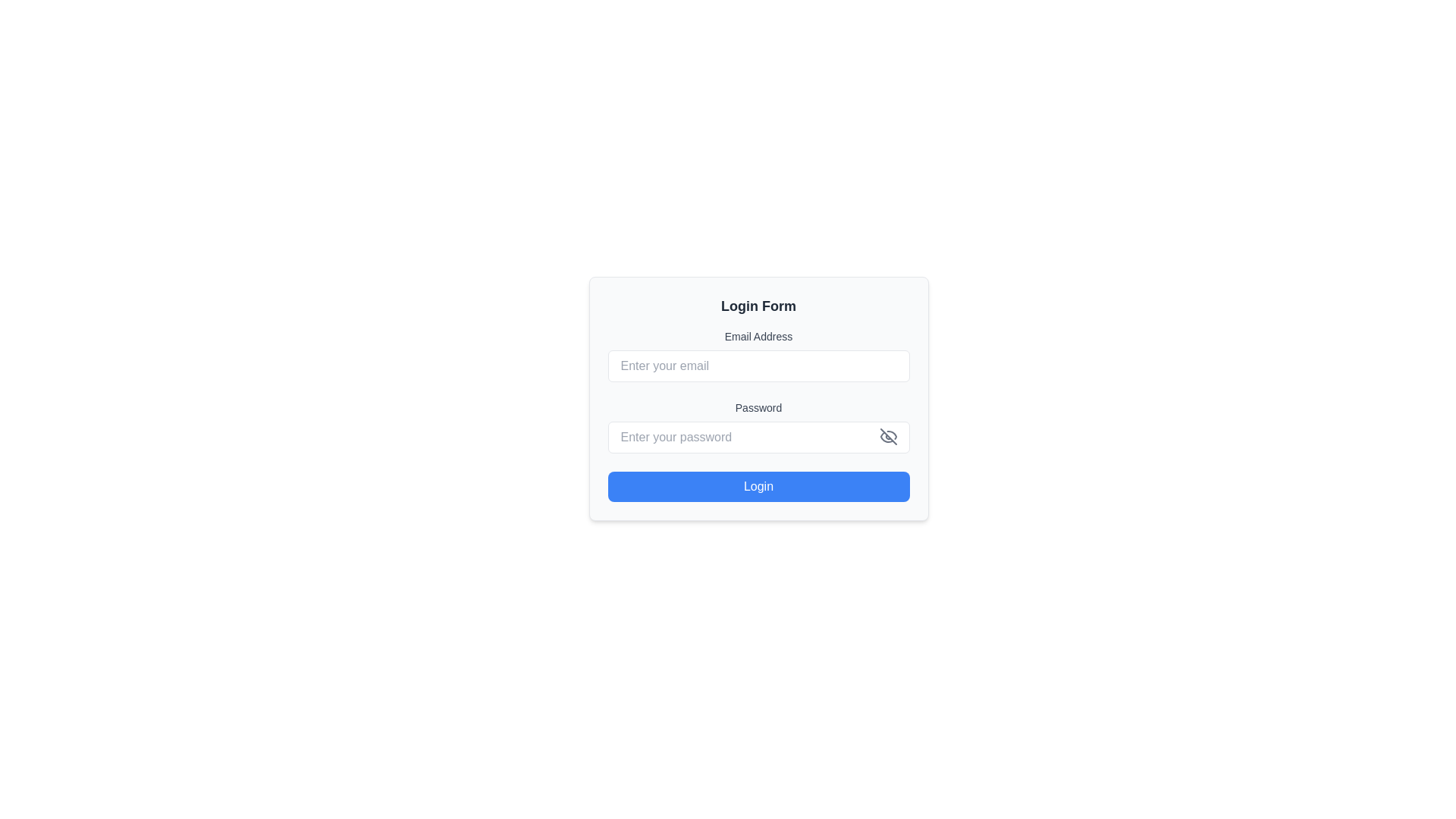  What do you see at coordinates (758, 366) in the screenshot?
I see `the email address input field in the login form by tabbing to it` at bounding box center [758, 366].